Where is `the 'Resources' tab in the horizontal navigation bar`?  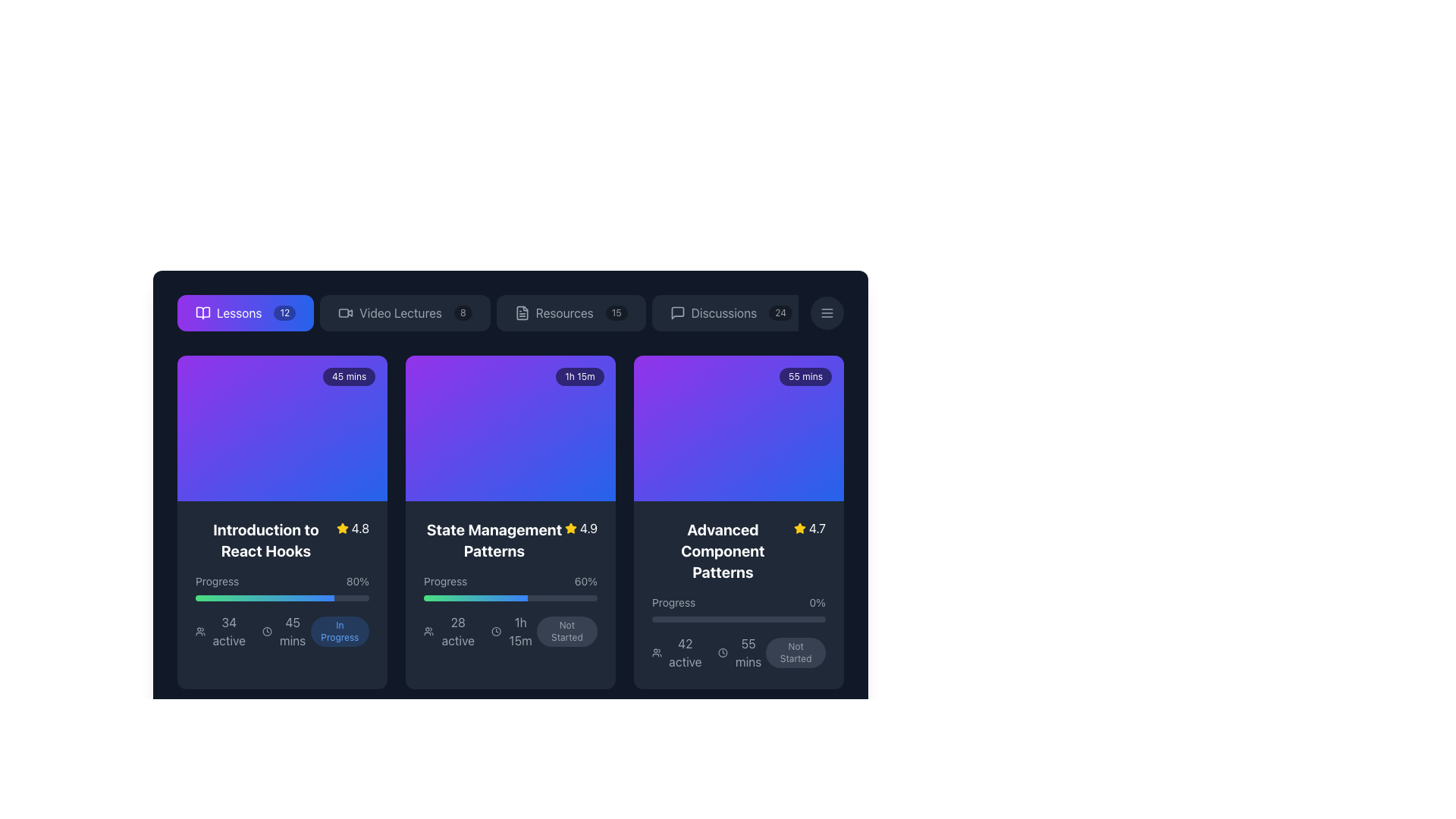 the 'Resources' tab in the horizontal navigation bar is located at coordinates (510, 312).